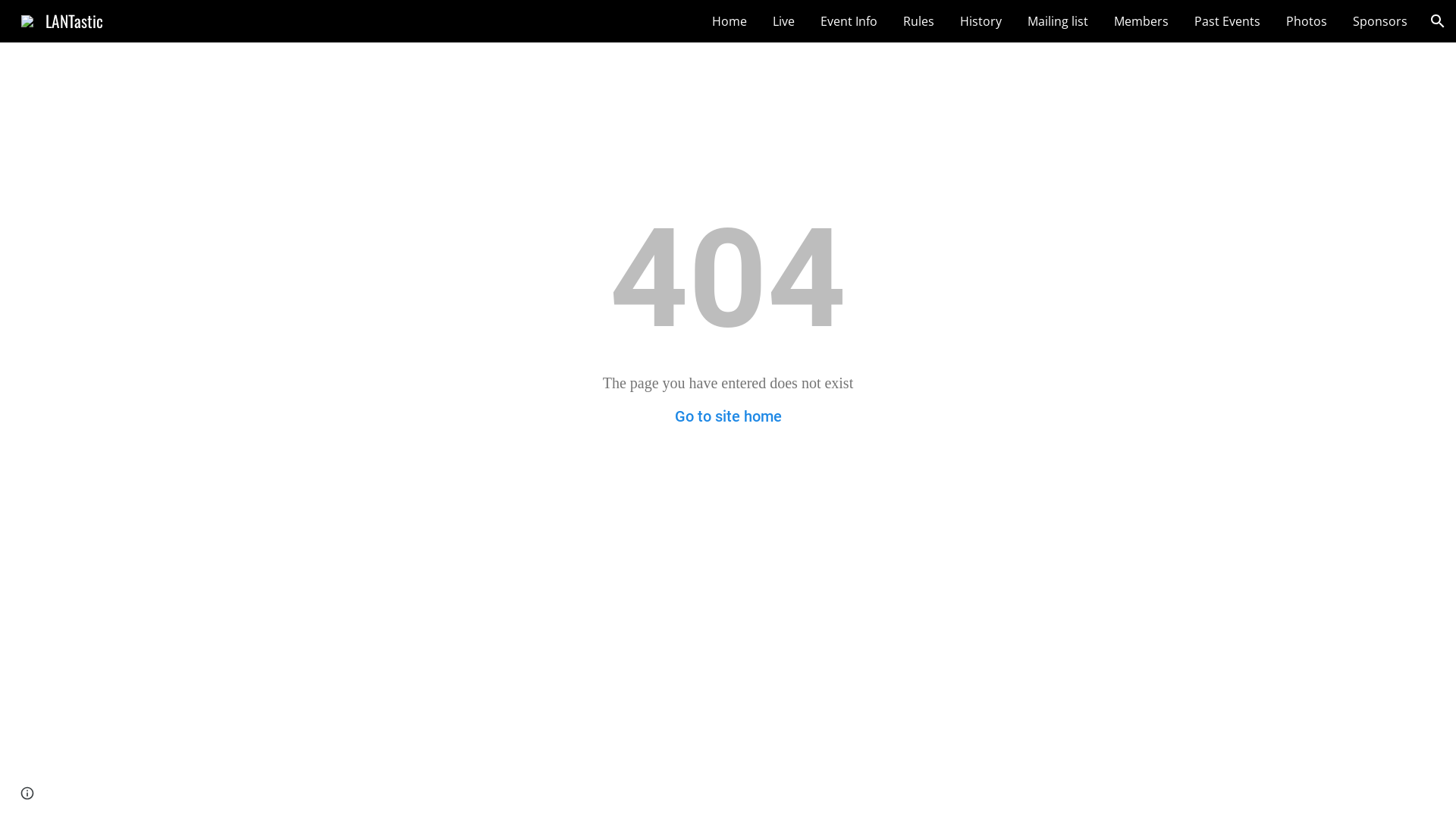  What do you see at coordinates (1227, 20) in the screenshot?
I see `'Past Events'` at bounding box center [1227, 20].